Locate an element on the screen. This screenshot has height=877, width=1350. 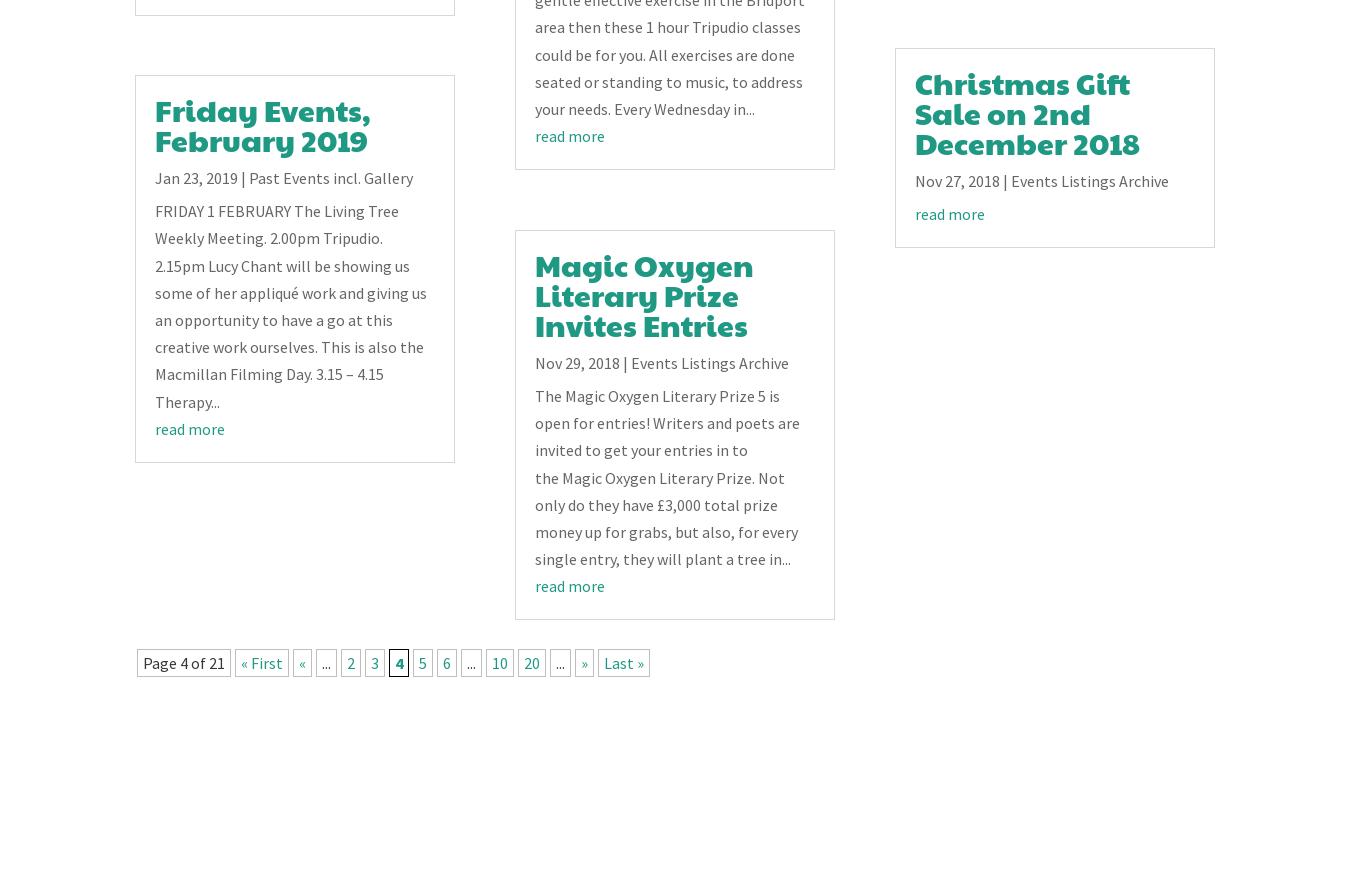
'6' is located at coordinates (446, 663).